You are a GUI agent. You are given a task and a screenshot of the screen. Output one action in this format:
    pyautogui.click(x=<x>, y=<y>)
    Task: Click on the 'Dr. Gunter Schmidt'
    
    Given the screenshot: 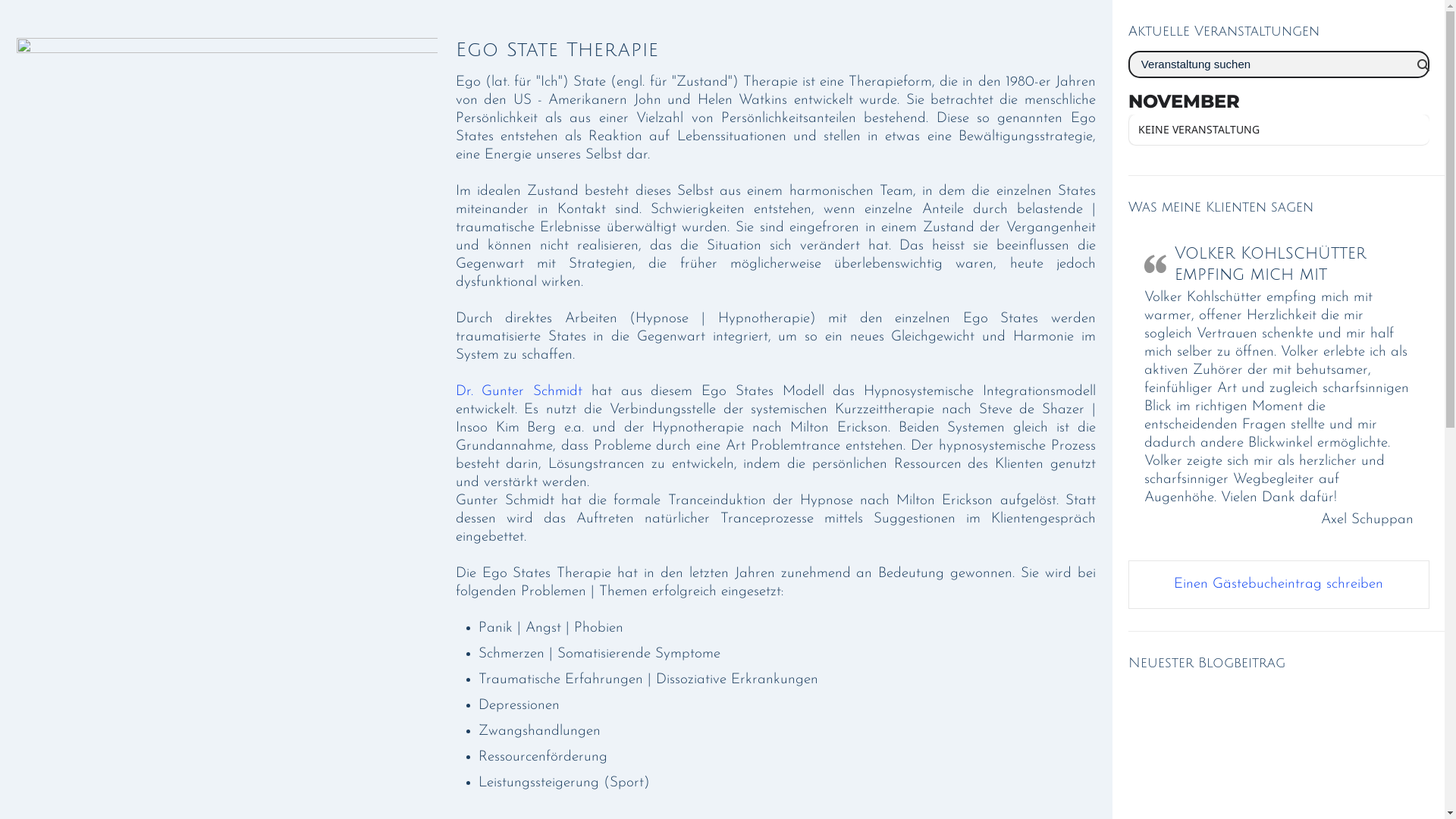 What is the action you would take?
    pyautogui.click(x=519, y=391)
    